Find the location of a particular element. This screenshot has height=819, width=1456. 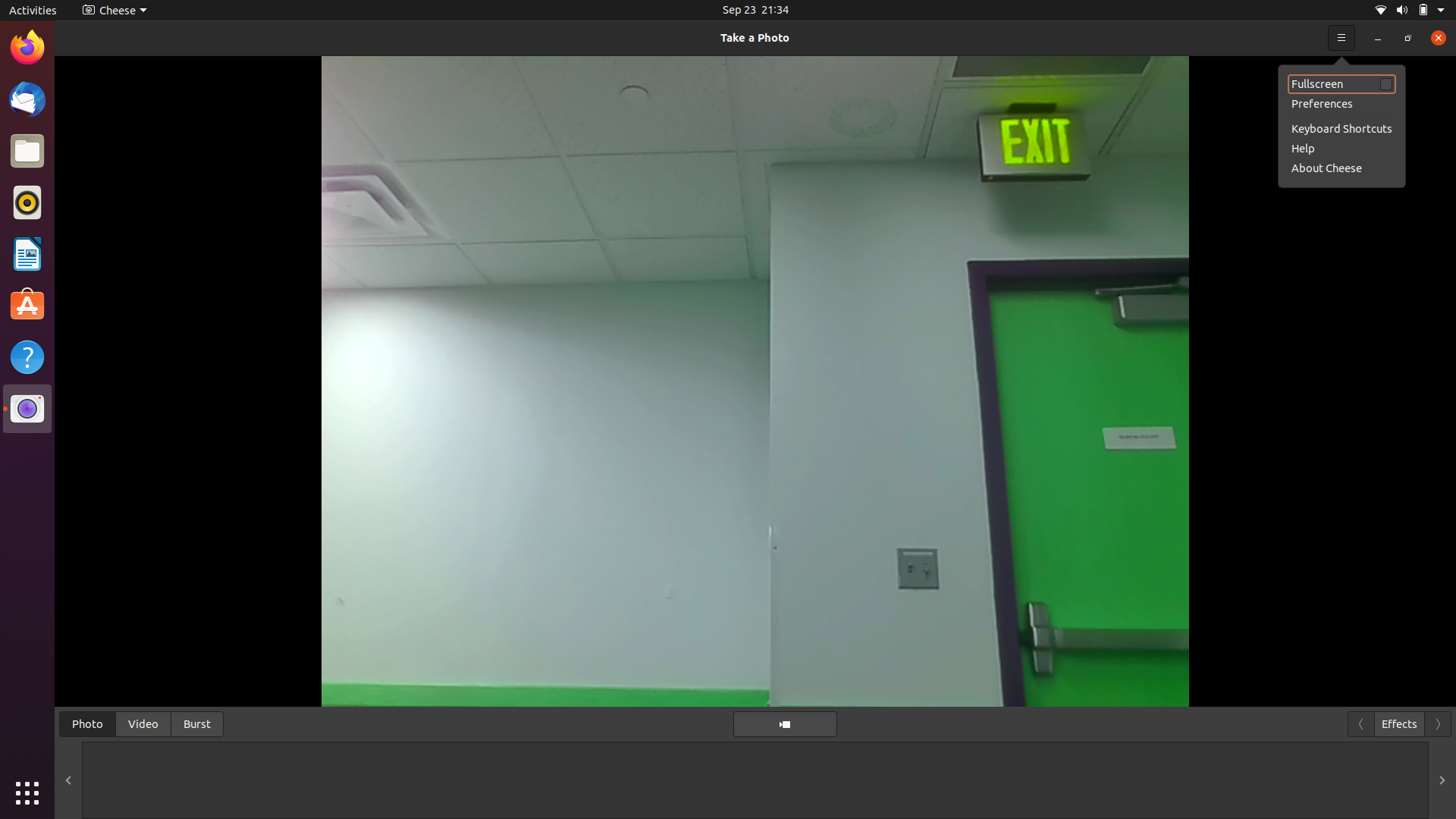

Switch the camera view to fullscreen mode is located at coordinates (1341, 36).